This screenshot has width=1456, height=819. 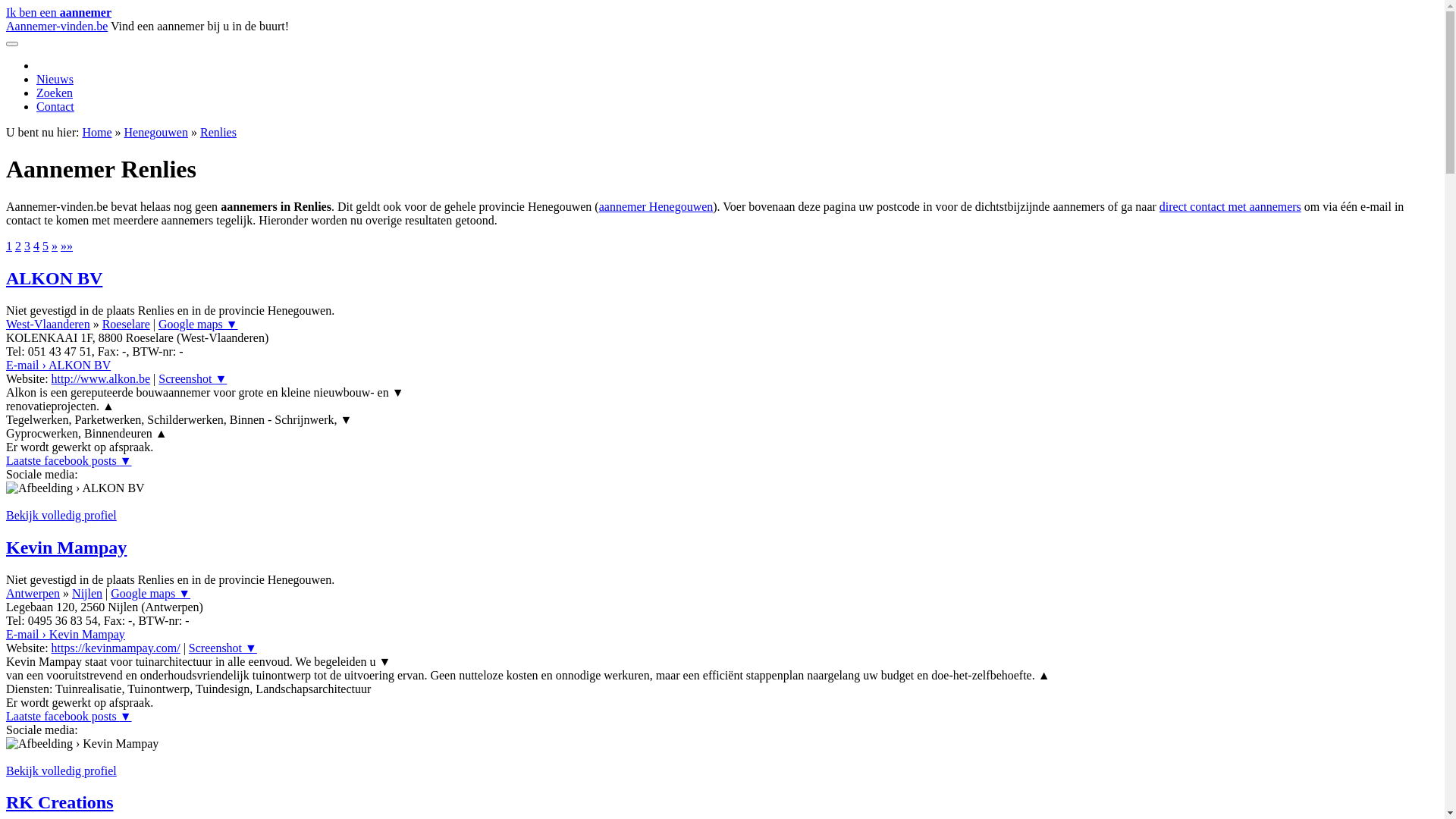 What do you see at coordinates (55, 105) in the screenshot?
I see `'Contact'` at bounding box center [55, 105].